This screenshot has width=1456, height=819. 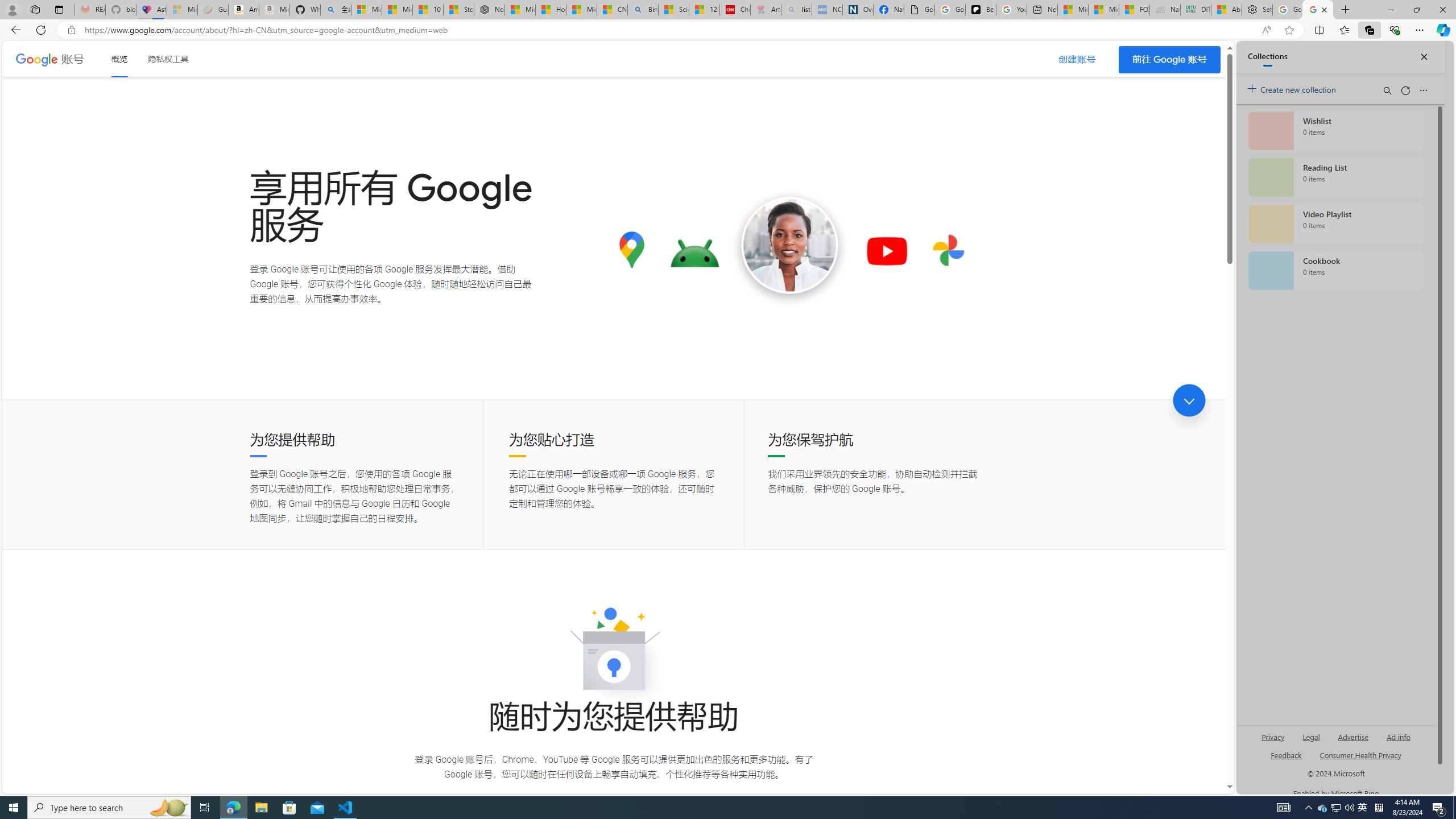 I want to click on 'Microsoft-Report a Concern to Bing - Sleeping', so click(x=181, y=9).